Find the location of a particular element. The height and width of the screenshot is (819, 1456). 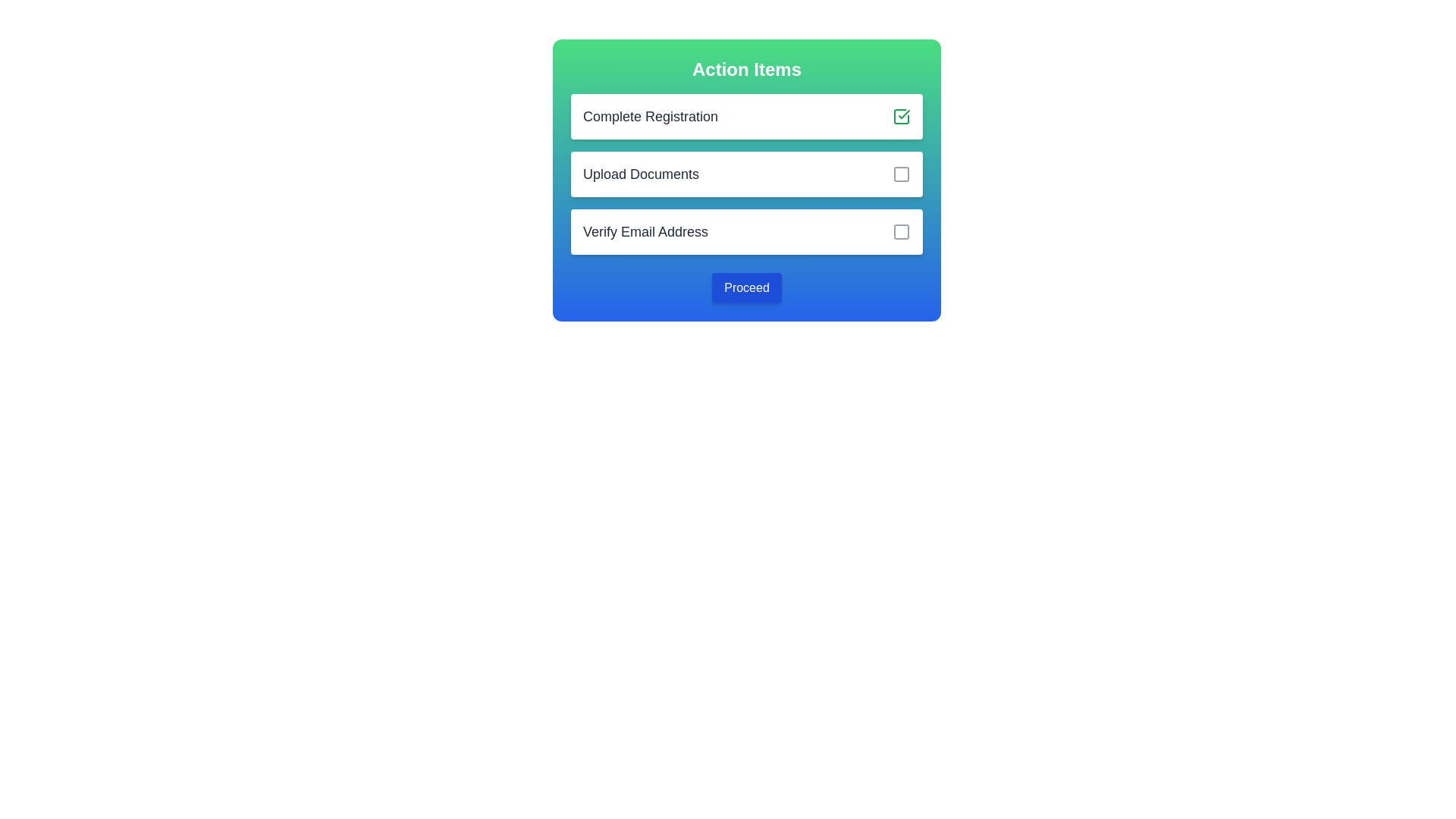

the green checkmark icon located at the rightmost side of the 'Complete Registration' task item box is located at coordinates (904, 113).